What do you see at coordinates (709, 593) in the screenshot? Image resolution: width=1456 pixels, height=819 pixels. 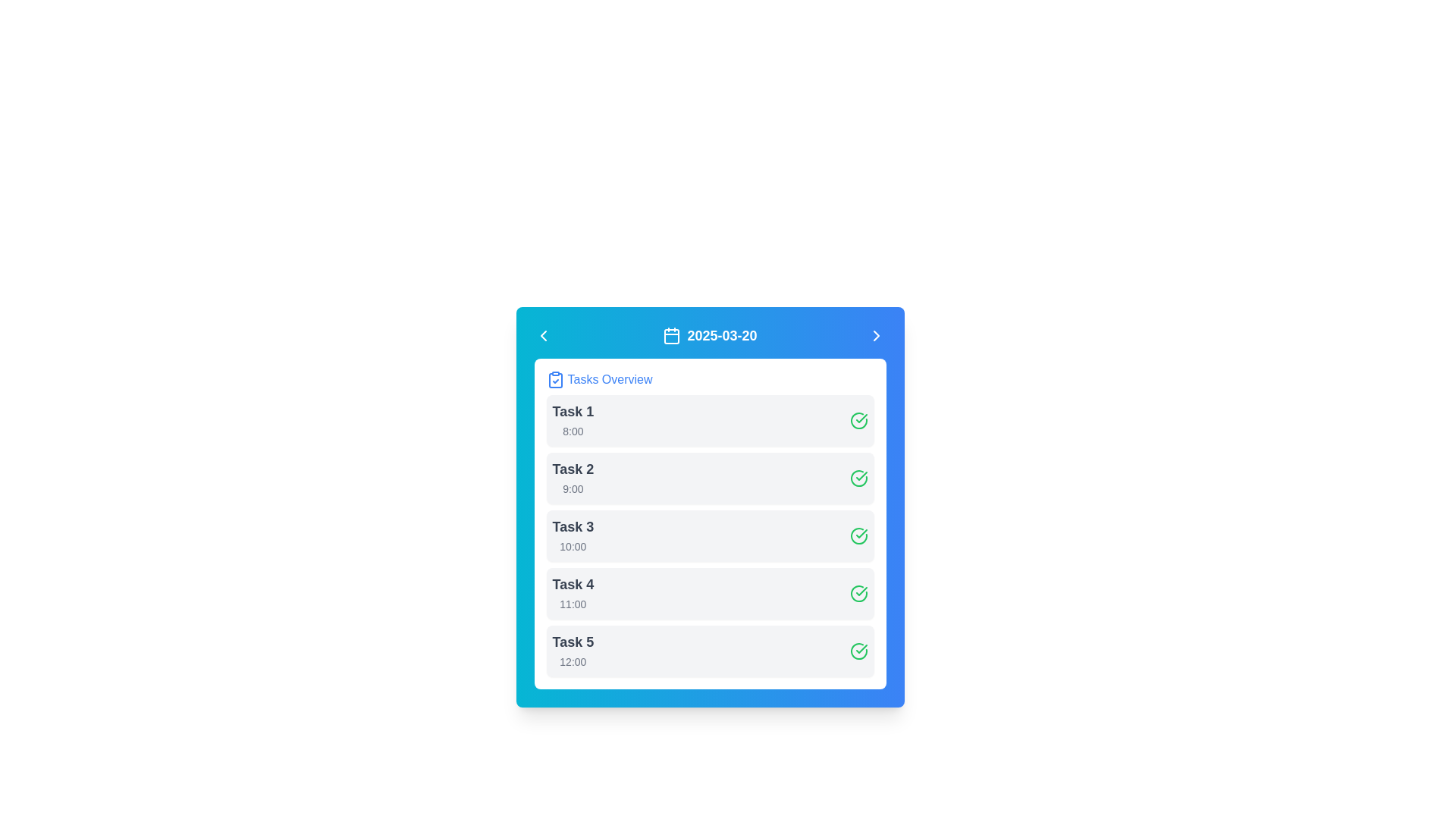 I see `the task entry labeled 'Task 4' in the task scheduling interface` at bounding box center [709, 593].